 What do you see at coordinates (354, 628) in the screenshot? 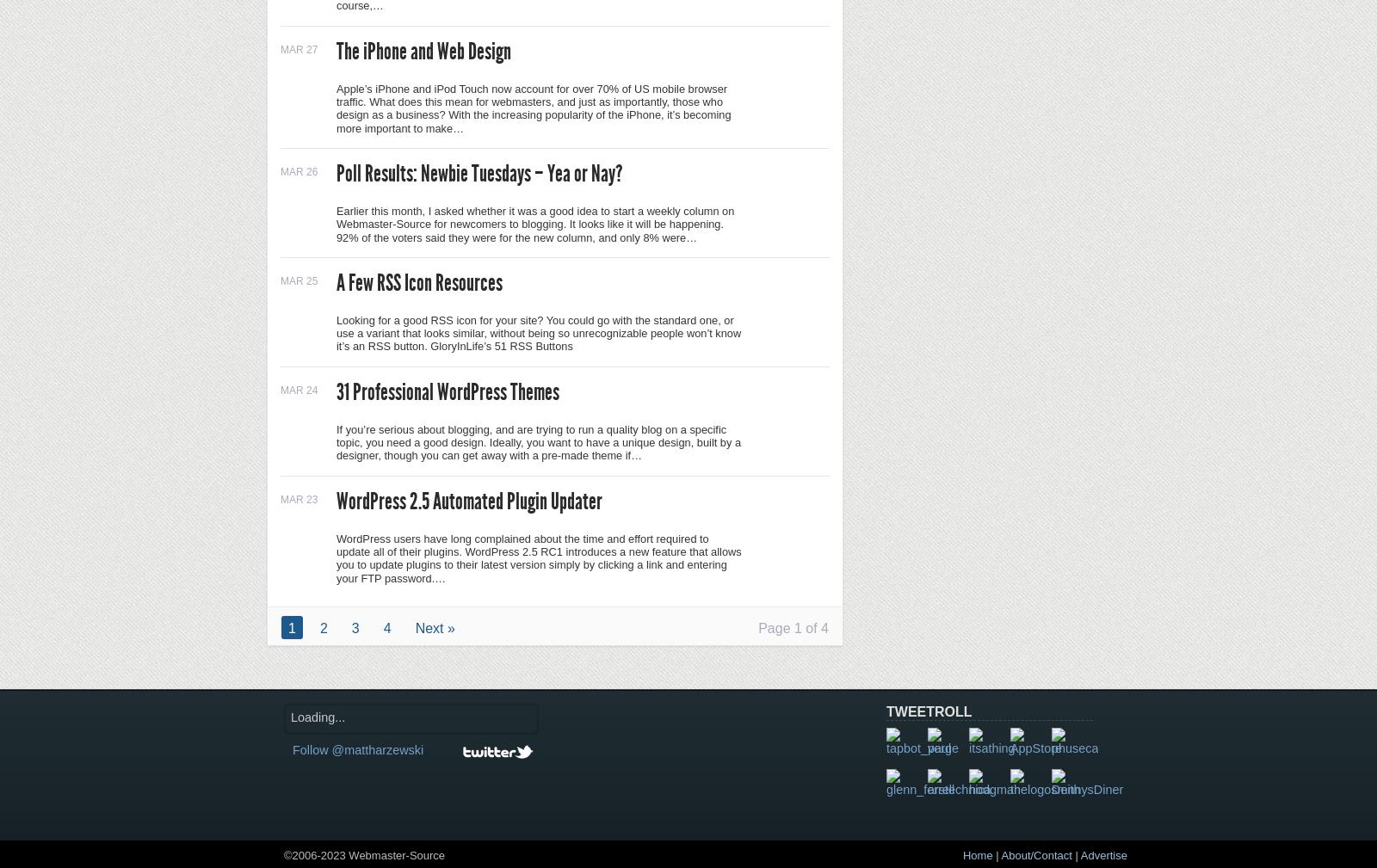
I see `'3'` at bounding box center [354, 628].